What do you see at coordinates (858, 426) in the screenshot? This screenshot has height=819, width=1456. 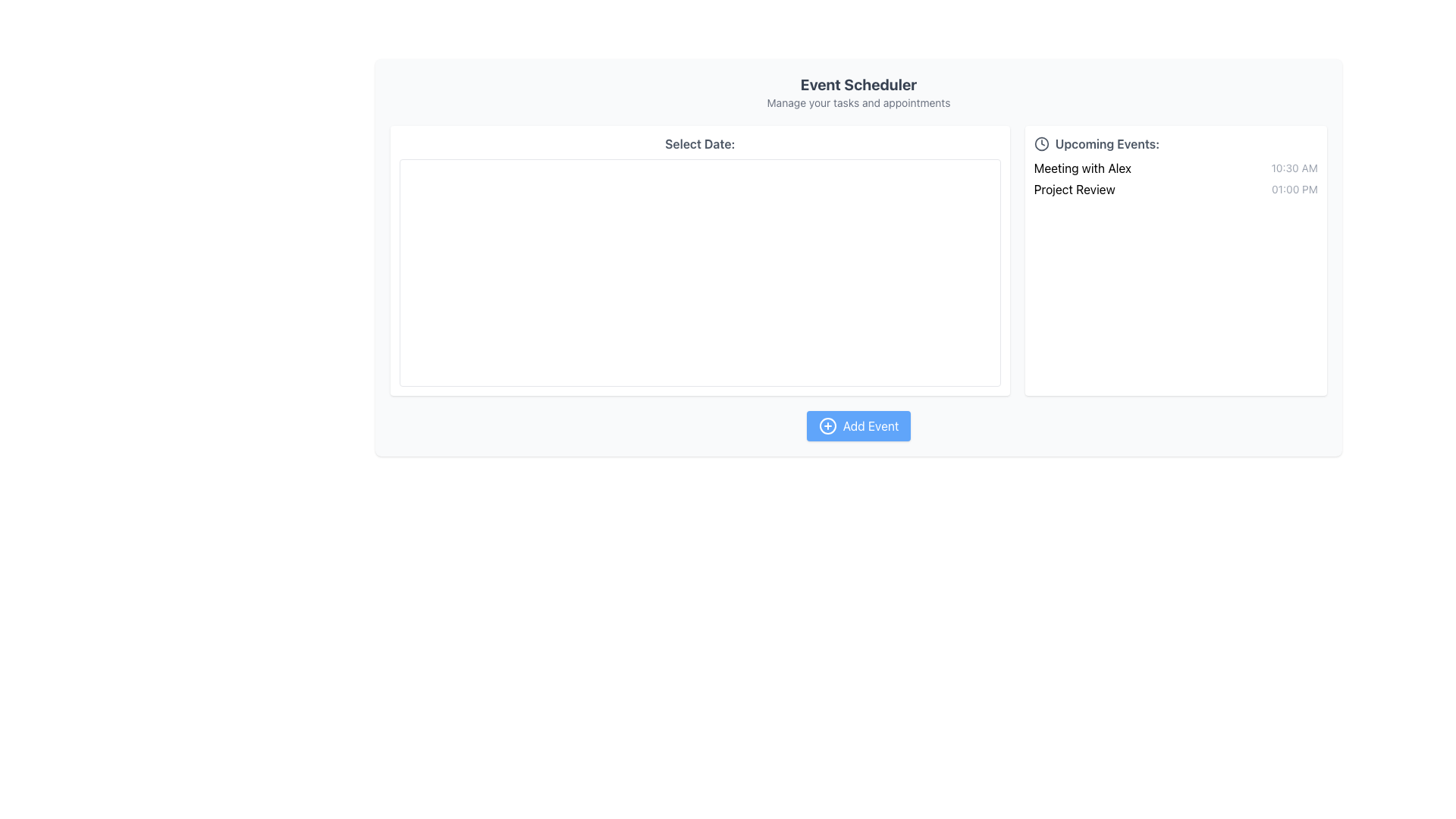 I see `the blue rounded button labeled 'Add Event' to observe the color change effect when the mouse is placed over it` at bounding box center [858, 426].